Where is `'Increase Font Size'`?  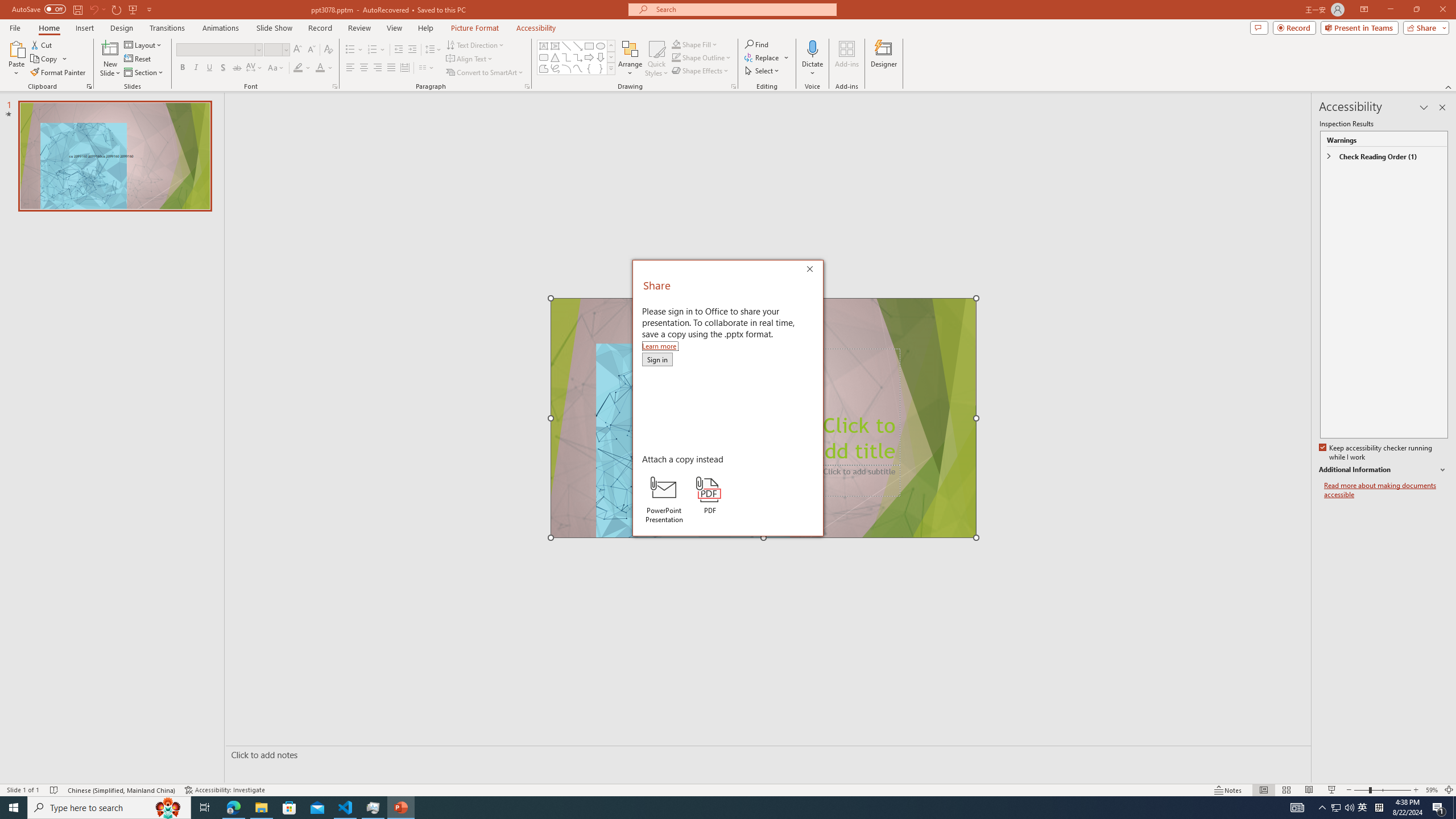 'Increase Font Size' is located at coordinates (297, 49).